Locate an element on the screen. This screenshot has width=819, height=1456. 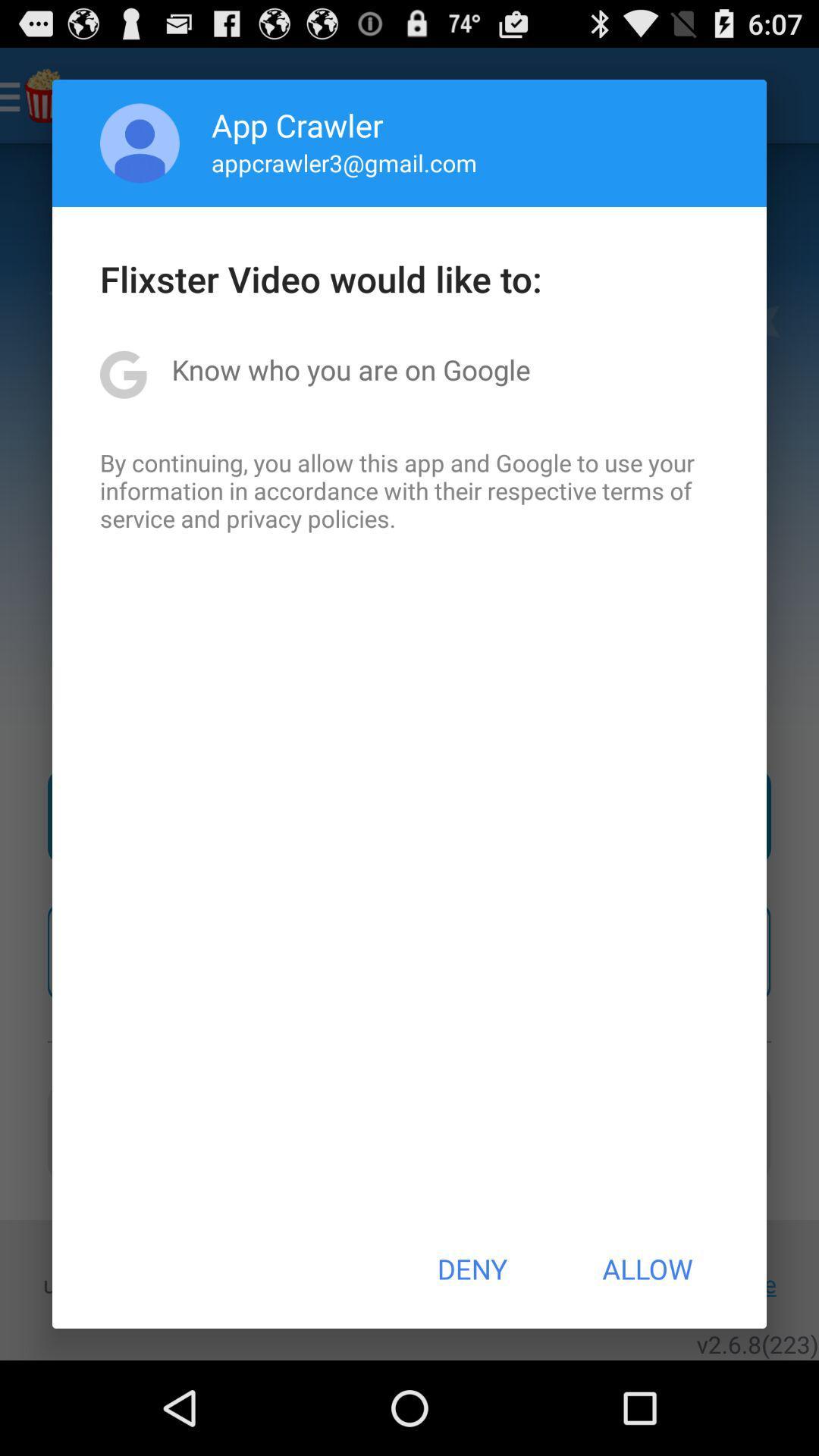
the button to the left of the allow icon is located at coordinates (471, 1269).